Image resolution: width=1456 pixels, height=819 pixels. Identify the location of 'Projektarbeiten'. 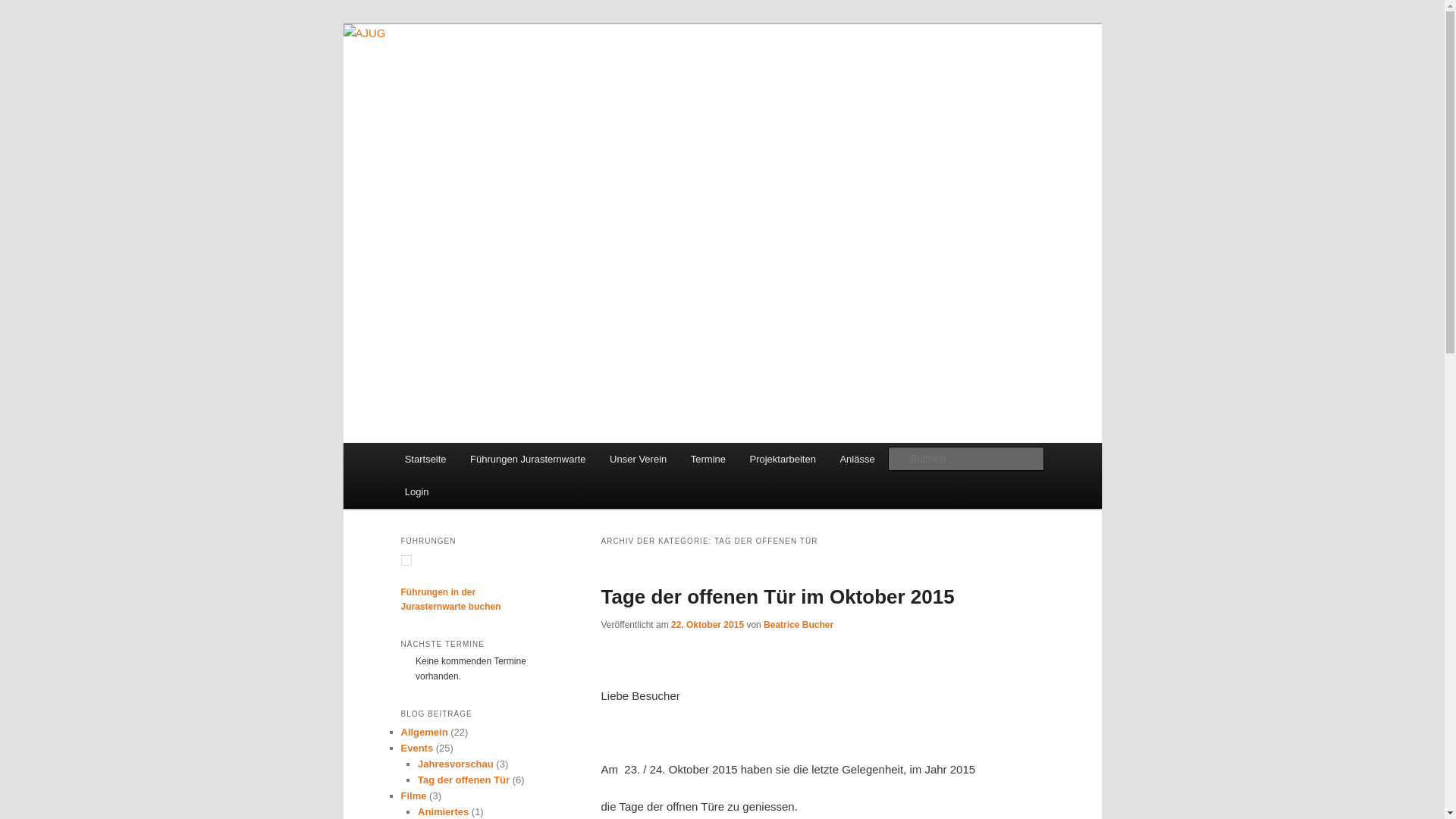
(783, 458).